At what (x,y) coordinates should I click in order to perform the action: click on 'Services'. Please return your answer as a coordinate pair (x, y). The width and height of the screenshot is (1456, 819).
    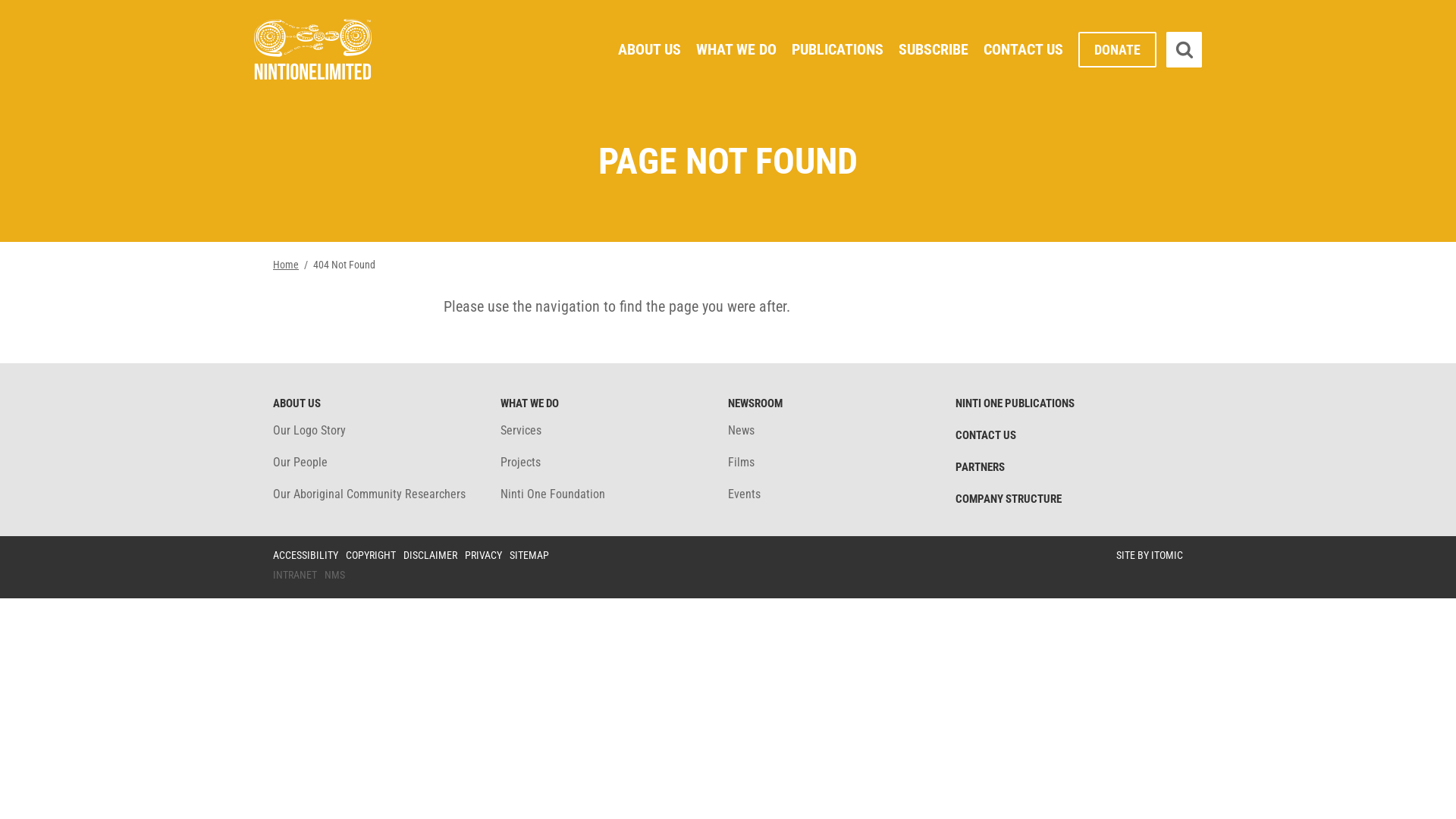
    Looking at the image, I should click on (520, 430).